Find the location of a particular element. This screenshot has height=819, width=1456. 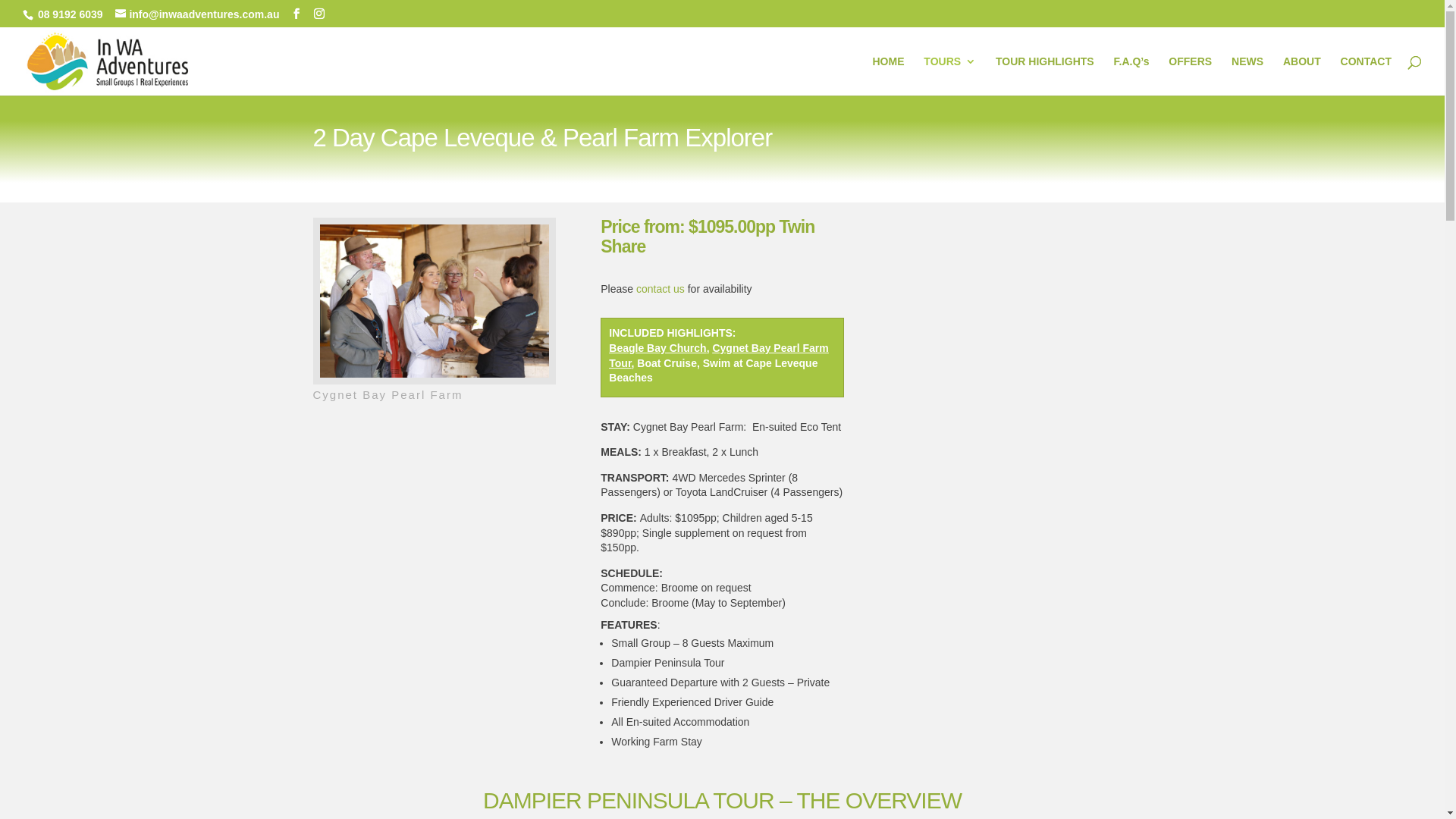

'HOME' is located at coordinates (888, 76).